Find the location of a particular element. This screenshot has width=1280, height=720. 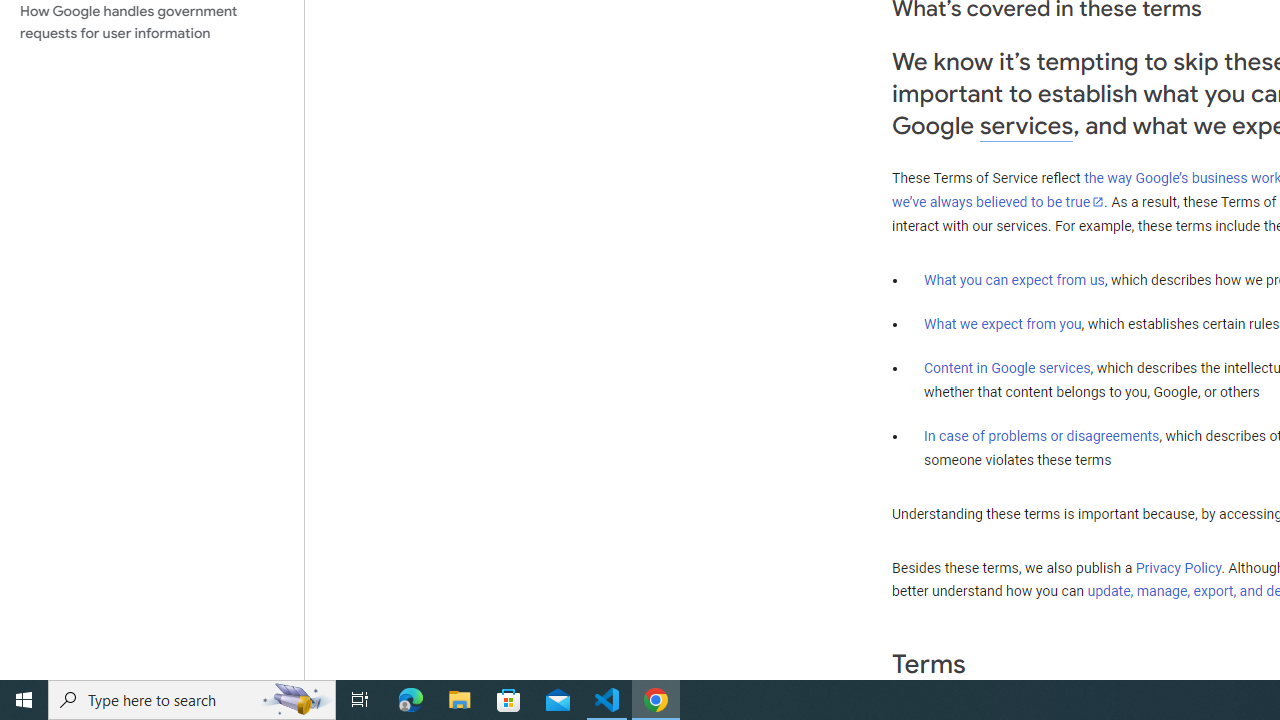

'What we expect from you' is located at coordinates (1002, 323).